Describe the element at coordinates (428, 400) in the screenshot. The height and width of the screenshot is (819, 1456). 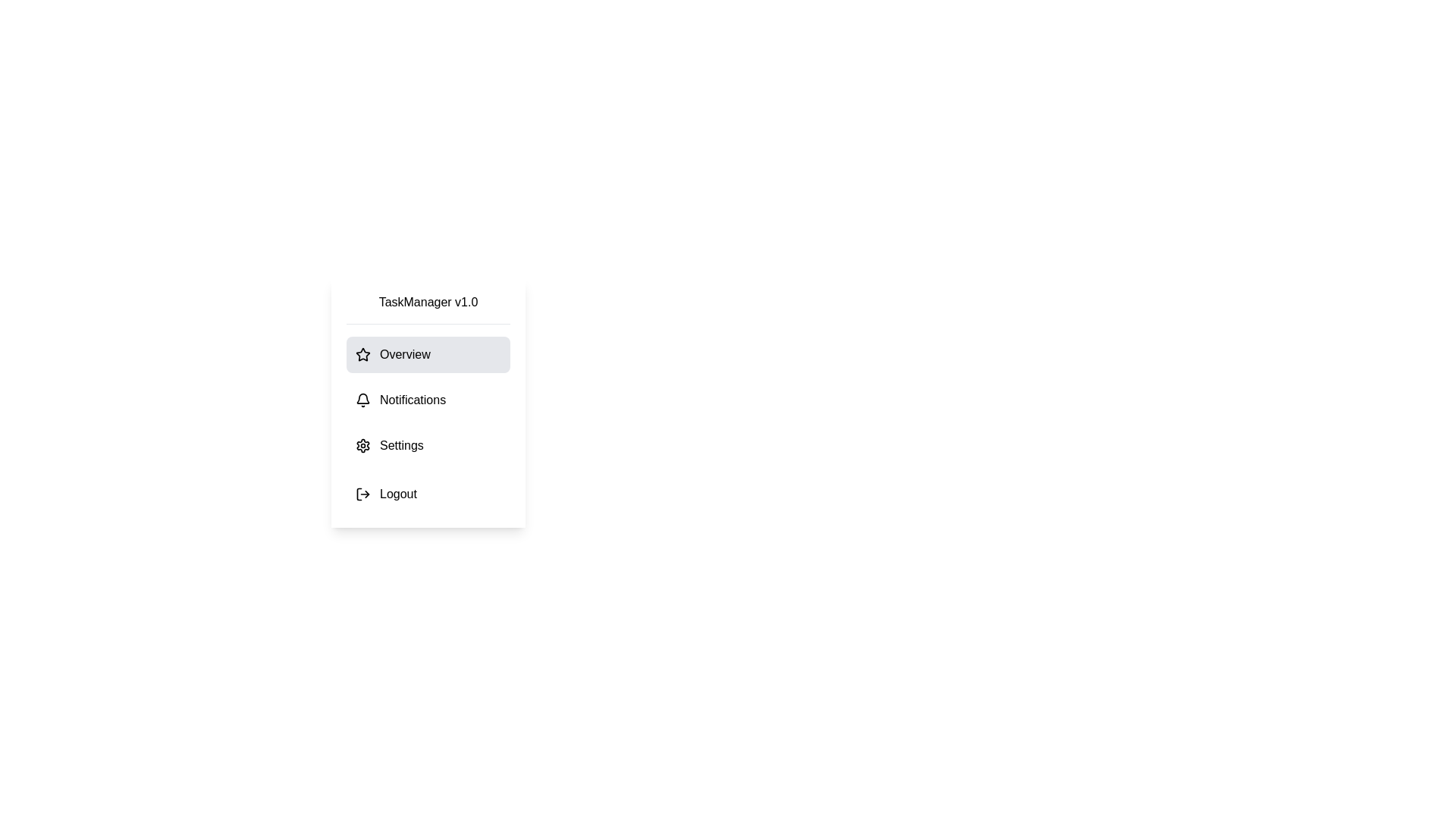
I see `the notifications button located in the white sidebar panel` at that location.